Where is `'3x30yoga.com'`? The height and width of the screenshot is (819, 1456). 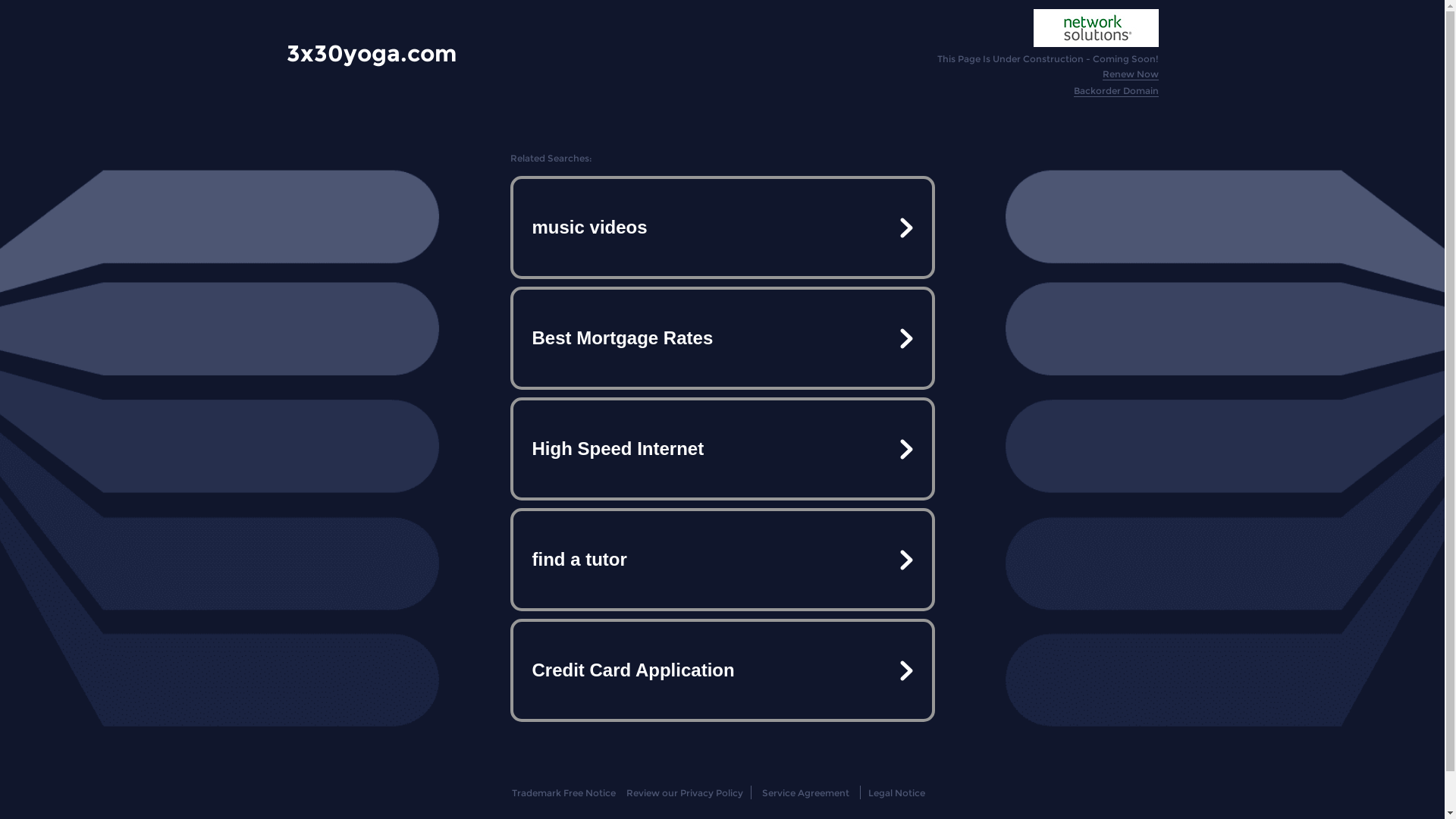
'3x30yoga.com' is located at coordinates (371, 52).